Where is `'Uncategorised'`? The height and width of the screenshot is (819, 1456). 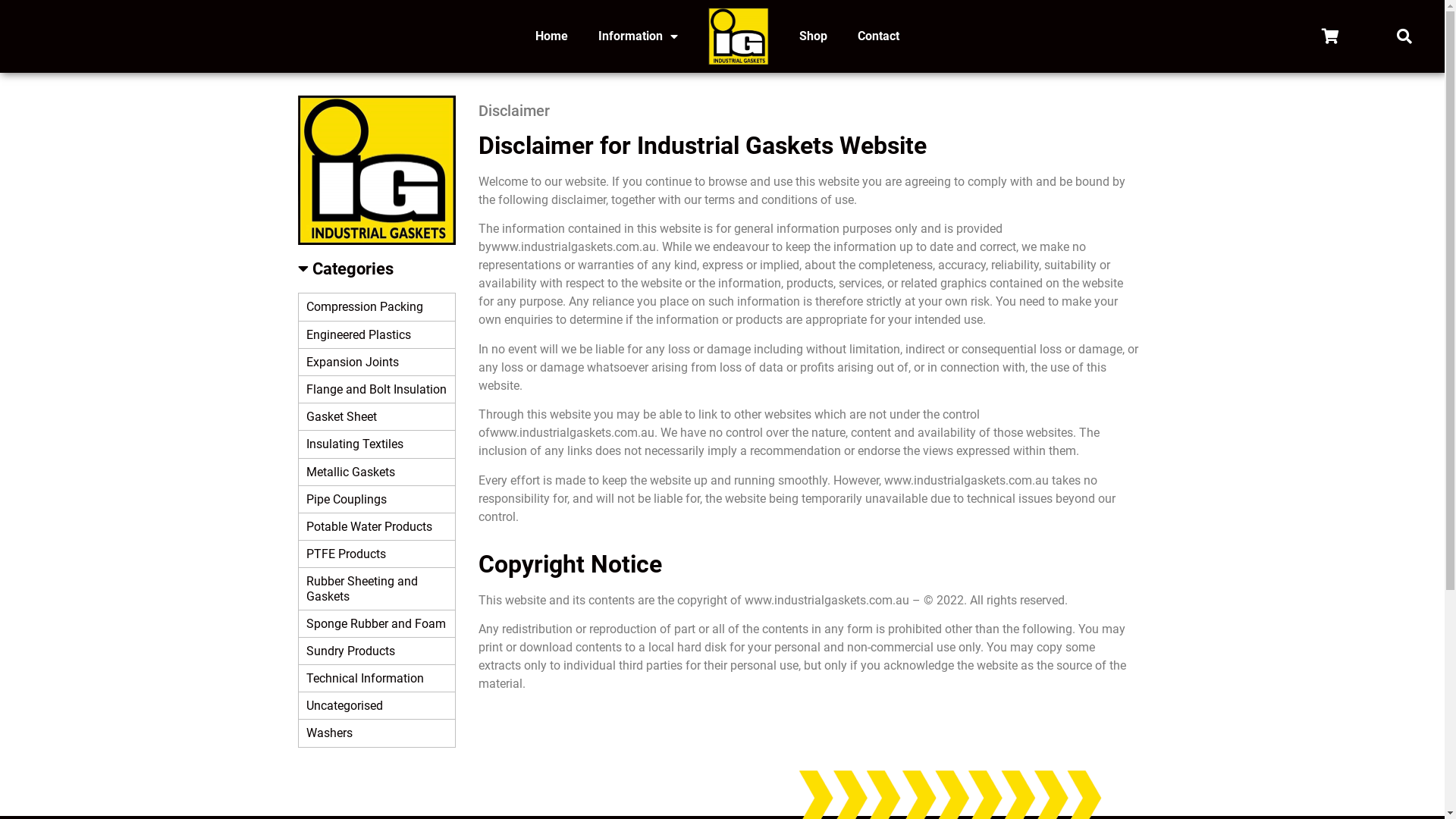
'Uncategorised' is located at coordinates (377, 705).